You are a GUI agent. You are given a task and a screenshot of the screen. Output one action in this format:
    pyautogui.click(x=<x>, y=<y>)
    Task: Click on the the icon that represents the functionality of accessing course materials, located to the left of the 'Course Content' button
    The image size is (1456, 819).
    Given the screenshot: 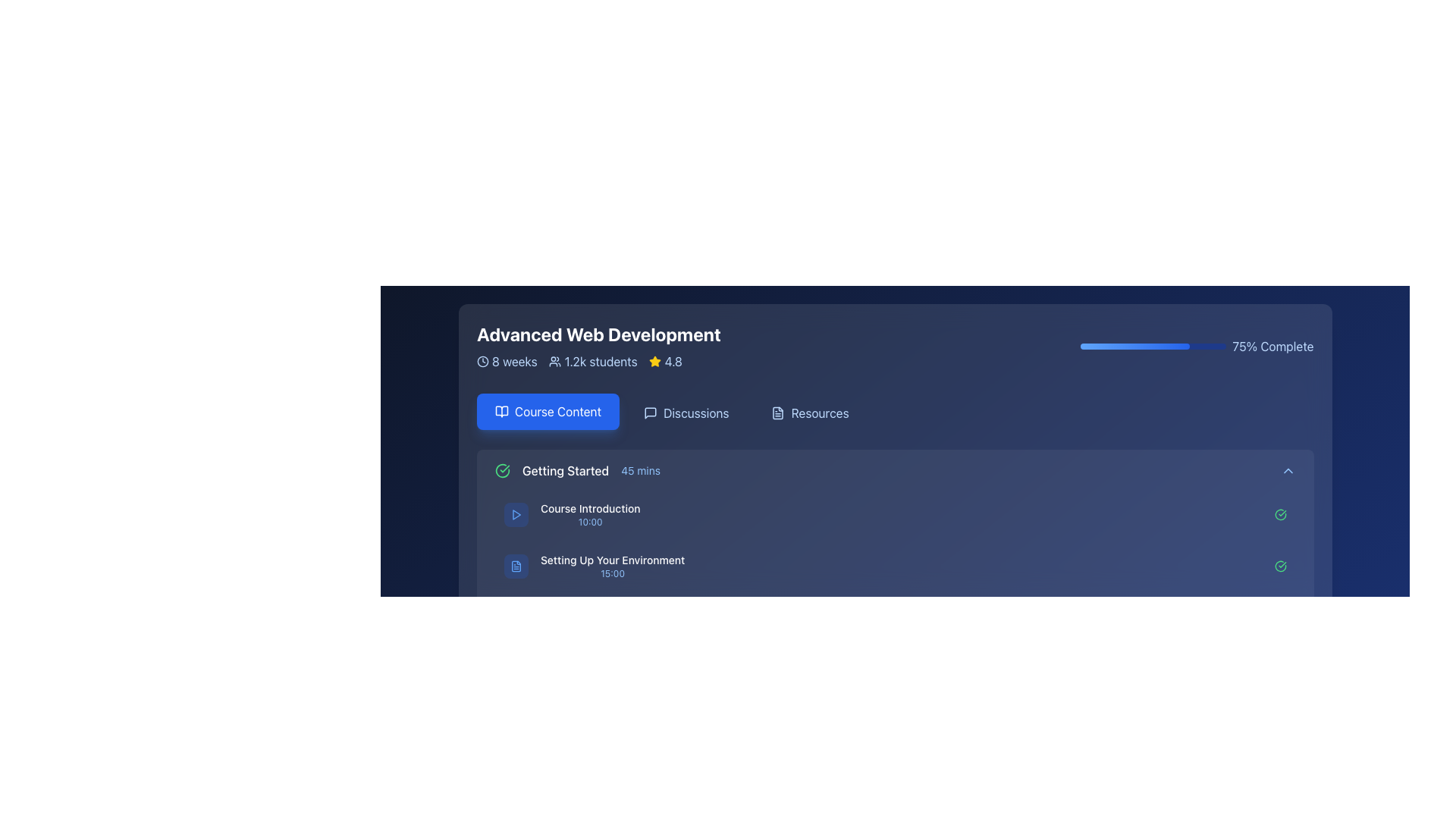 What is the action you would take?
    pyautogui.click(x=501, y=412)
    